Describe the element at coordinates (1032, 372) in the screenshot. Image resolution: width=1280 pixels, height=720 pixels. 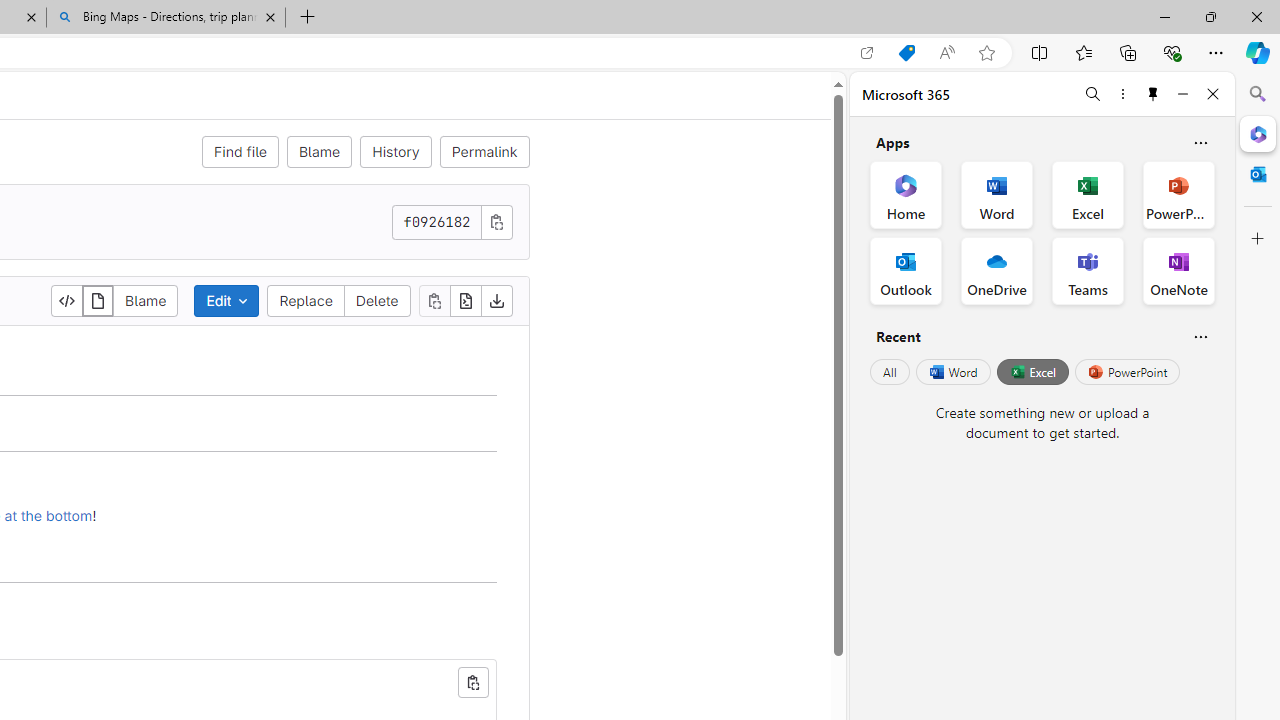
I see `'Excel'` at that location.